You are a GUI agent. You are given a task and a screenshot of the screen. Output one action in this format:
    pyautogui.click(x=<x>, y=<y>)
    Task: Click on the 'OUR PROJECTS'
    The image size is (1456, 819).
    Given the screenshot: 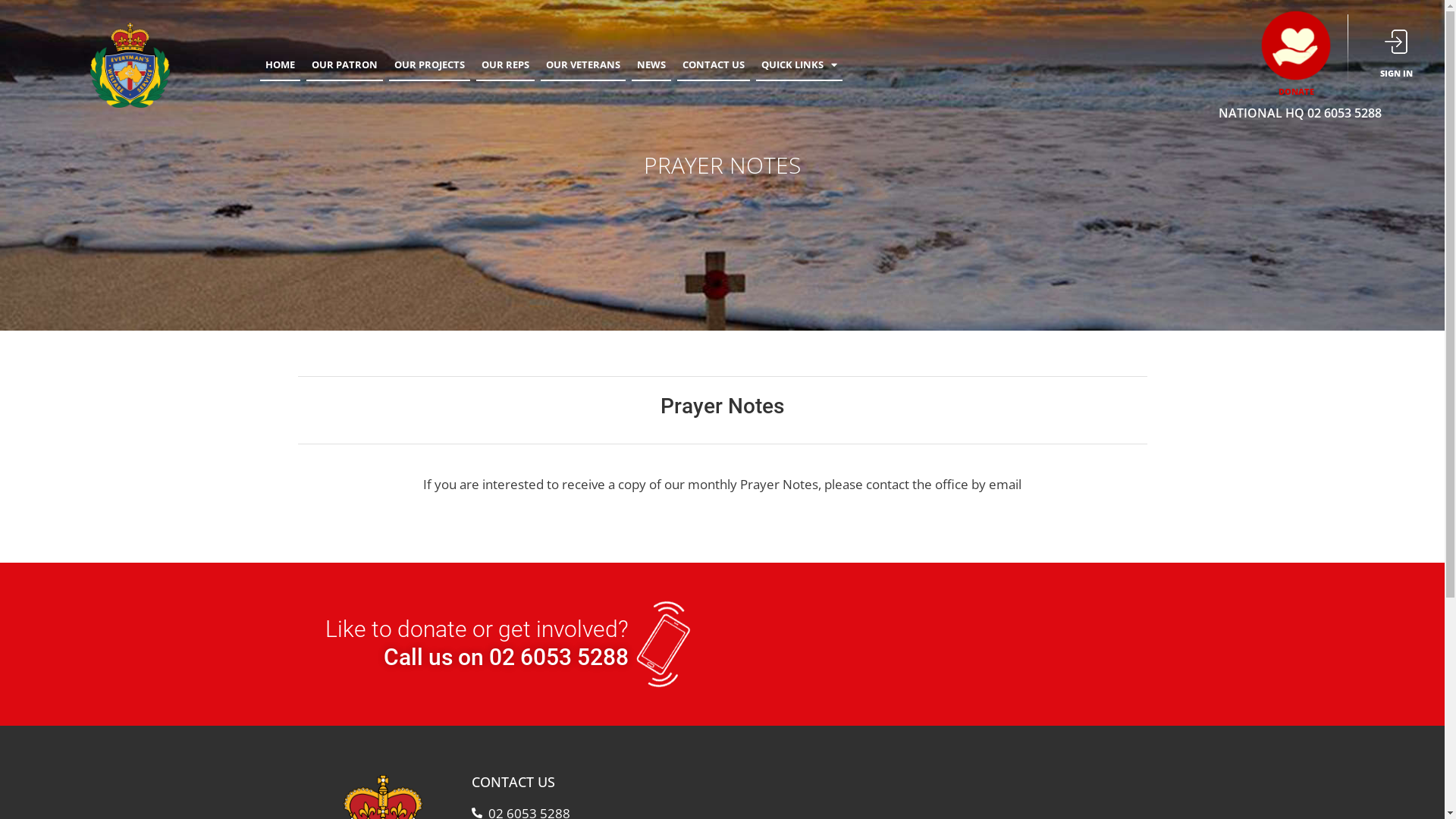 What is the action you would take?
    pyautogui.click(x=428, y=64)
    